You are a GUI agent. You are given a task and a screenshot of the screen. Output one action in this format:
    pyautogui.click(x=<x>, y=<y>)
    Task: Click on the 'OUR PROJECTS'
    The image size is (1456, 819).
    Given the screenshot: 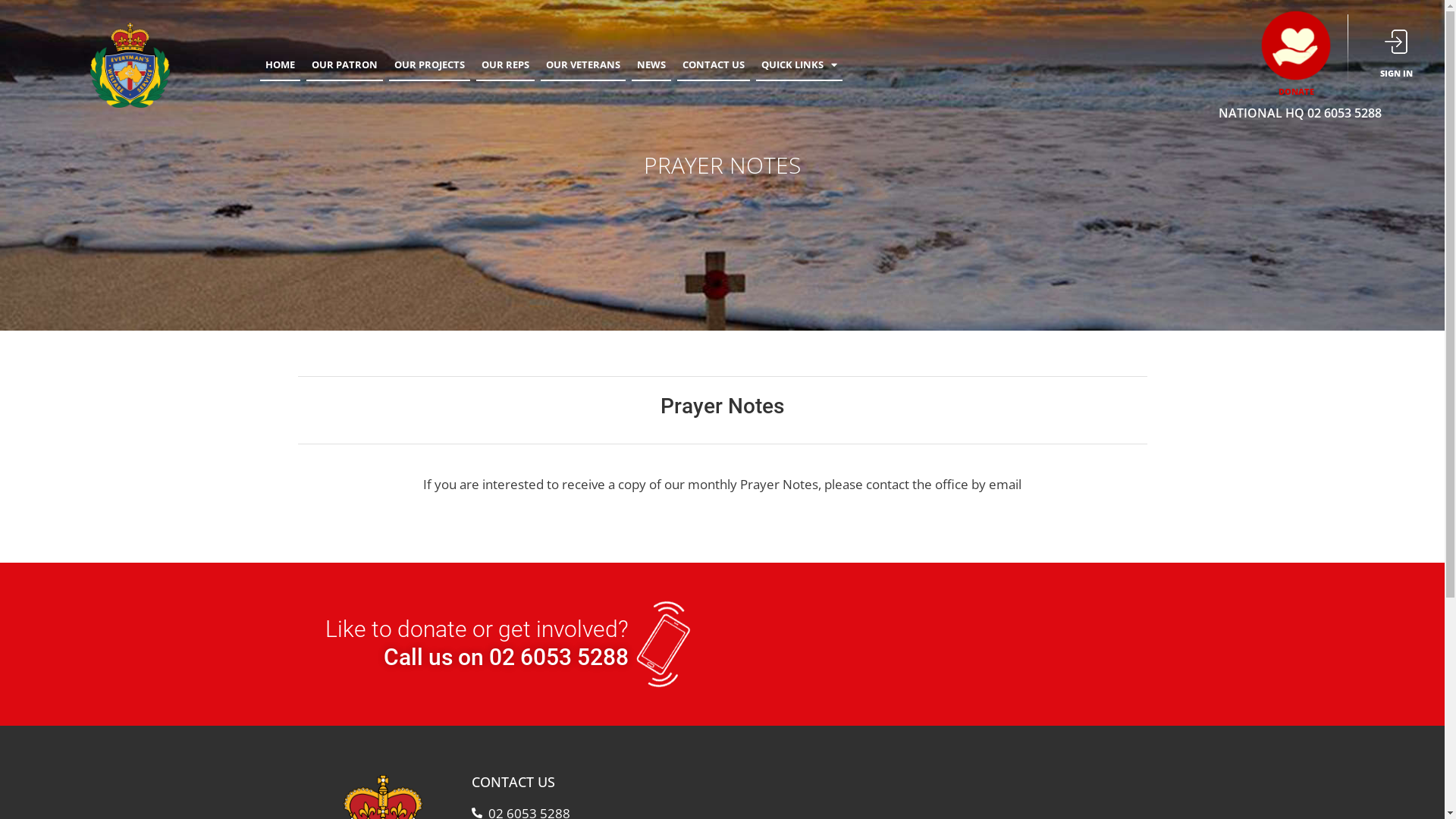 What is the action you would take?
    pyautogui.click(x=428, y=64)
    